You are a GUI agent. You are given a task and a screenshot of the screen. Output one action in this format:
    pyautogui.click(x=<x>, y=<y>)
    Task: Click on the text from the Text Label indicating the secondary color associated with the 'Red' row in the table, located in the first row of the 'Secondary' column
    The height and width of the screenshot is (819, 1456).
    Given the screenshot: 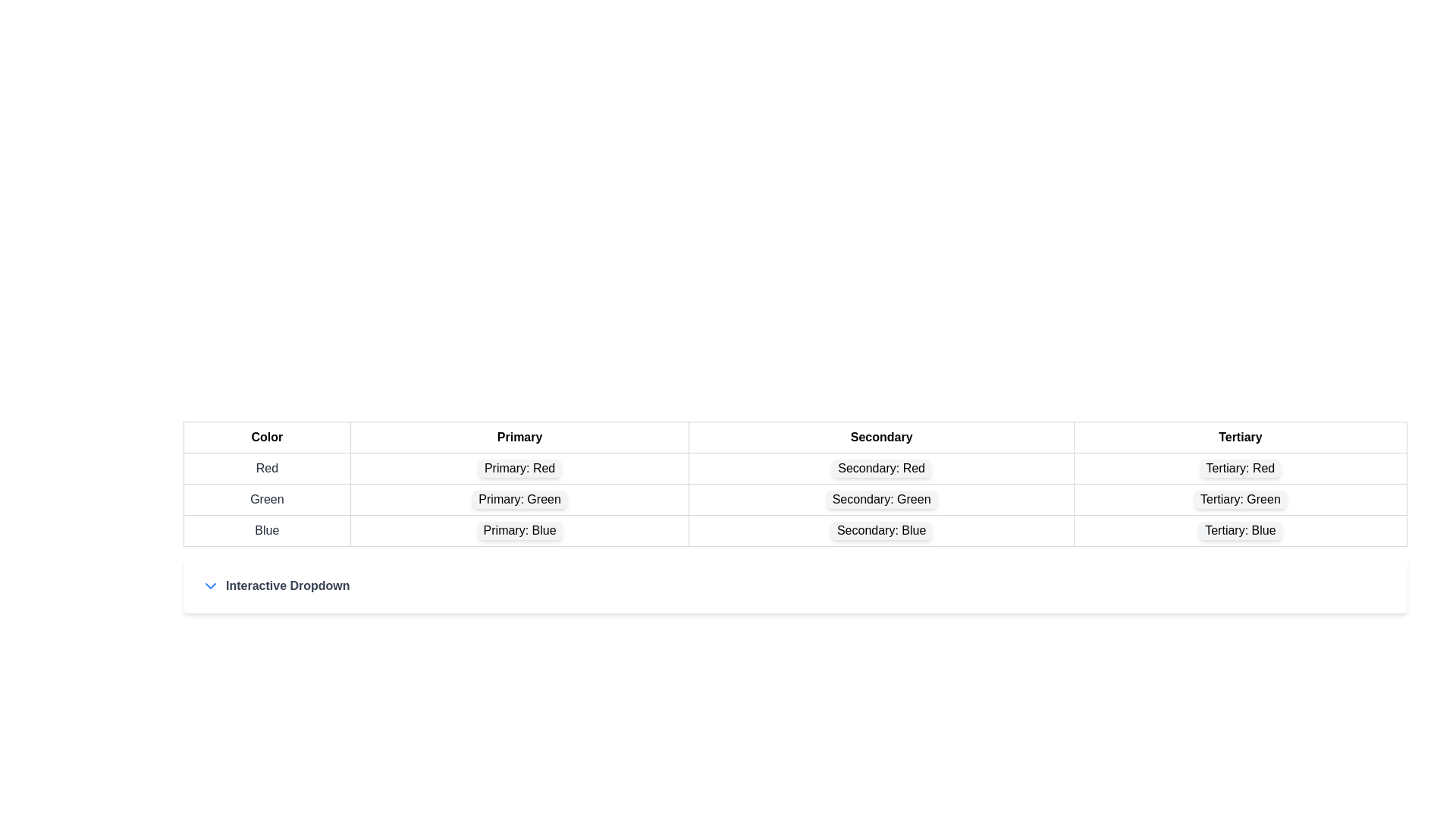 What is the action you would take?
    pyautogui.click(x=881, y=467)
    